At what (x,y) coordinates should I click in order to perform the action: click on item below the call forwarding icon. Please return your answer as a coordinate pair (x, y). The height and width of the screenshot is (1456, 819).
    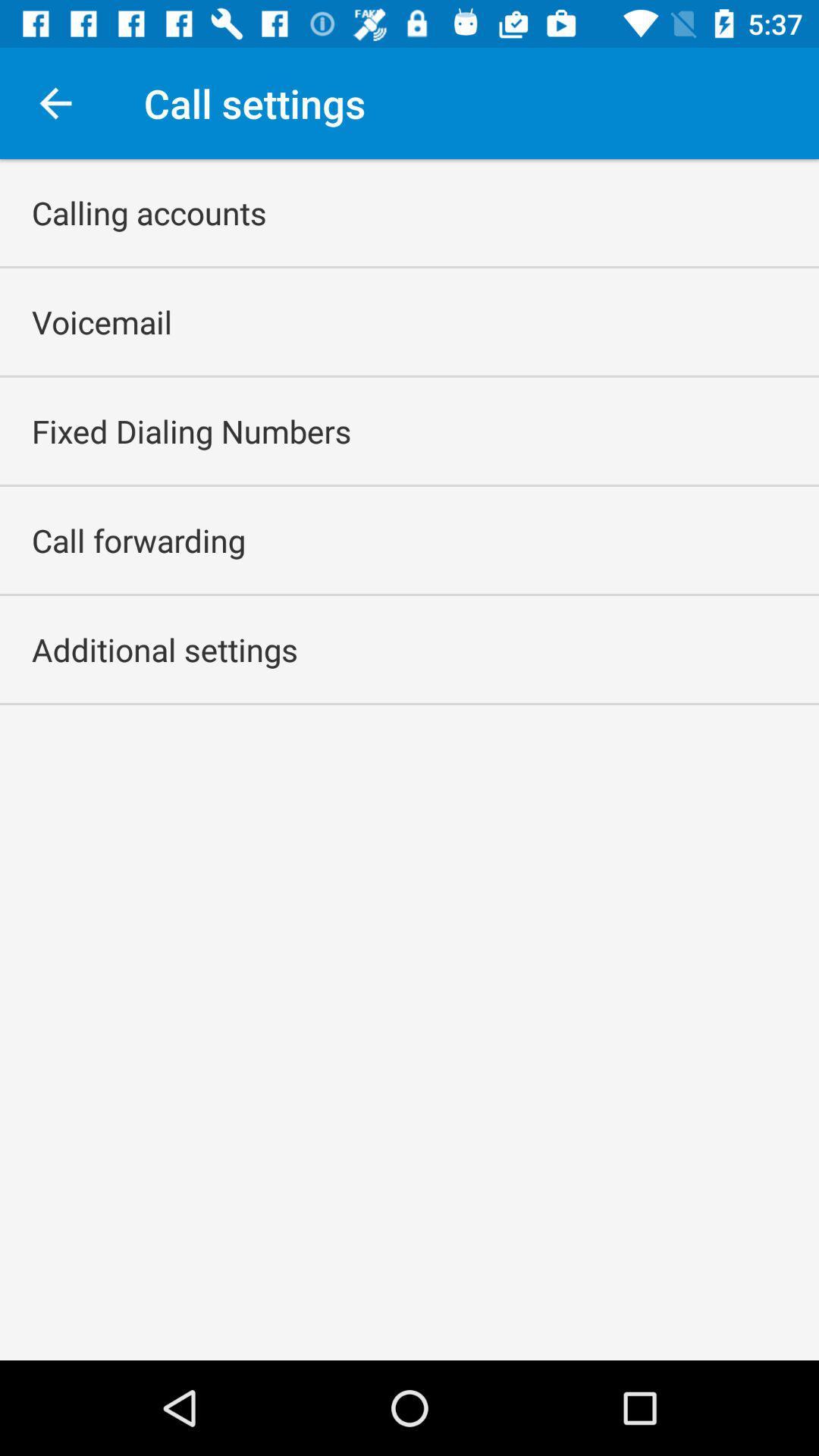
    Looking at the image, I should click on (165, 649).